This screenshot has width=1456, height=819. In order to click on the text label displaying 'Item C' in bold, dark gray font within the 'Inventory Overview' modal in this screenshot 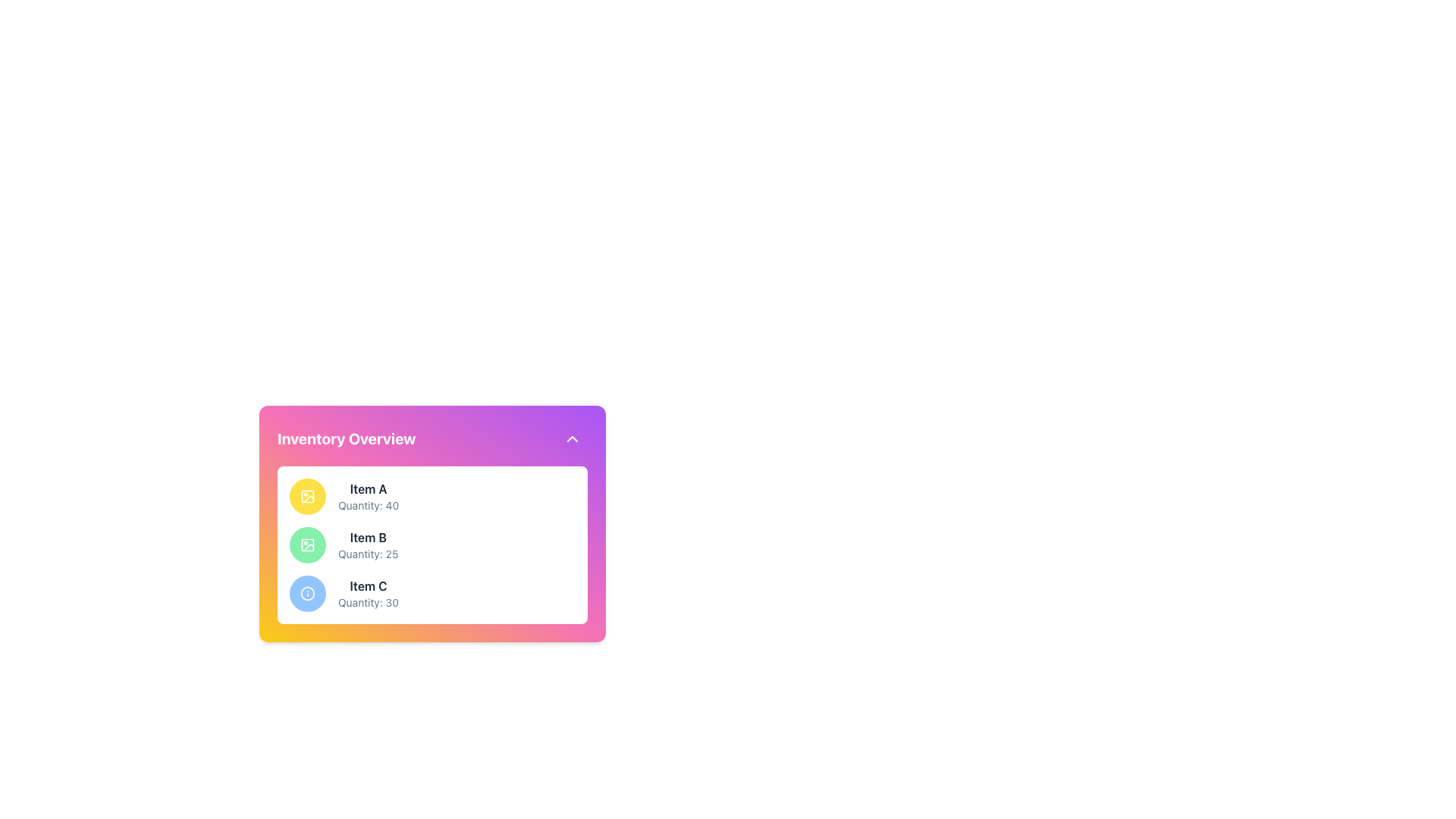, I will do `click(368, 585)`.